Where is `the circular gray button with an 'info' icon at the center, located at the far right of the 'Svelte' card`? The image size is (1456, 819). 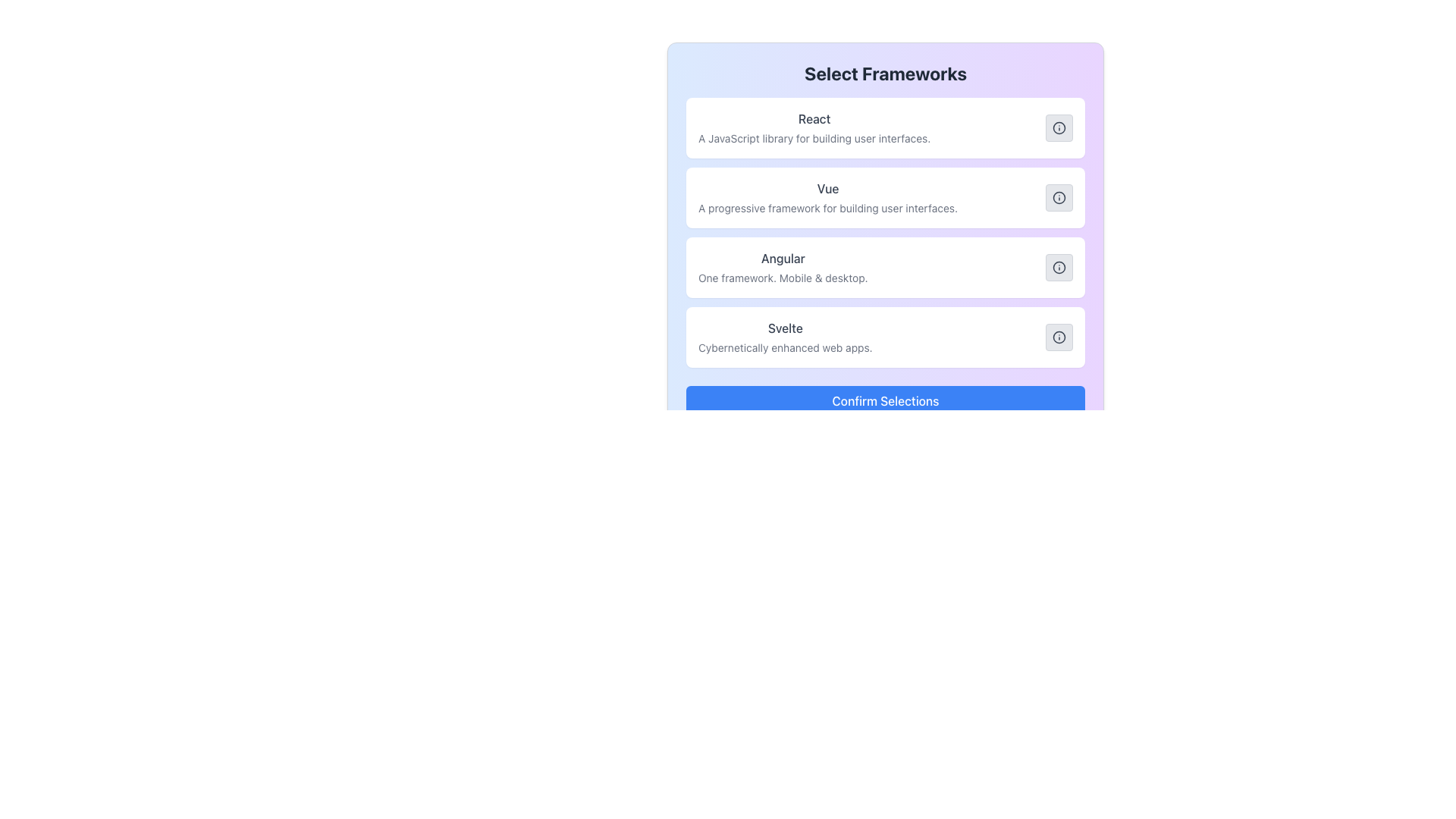 the circular gray button with an 'info' icon at the center, located at the far right of the 'Svelte' card is located at coordinates (1058, 336).